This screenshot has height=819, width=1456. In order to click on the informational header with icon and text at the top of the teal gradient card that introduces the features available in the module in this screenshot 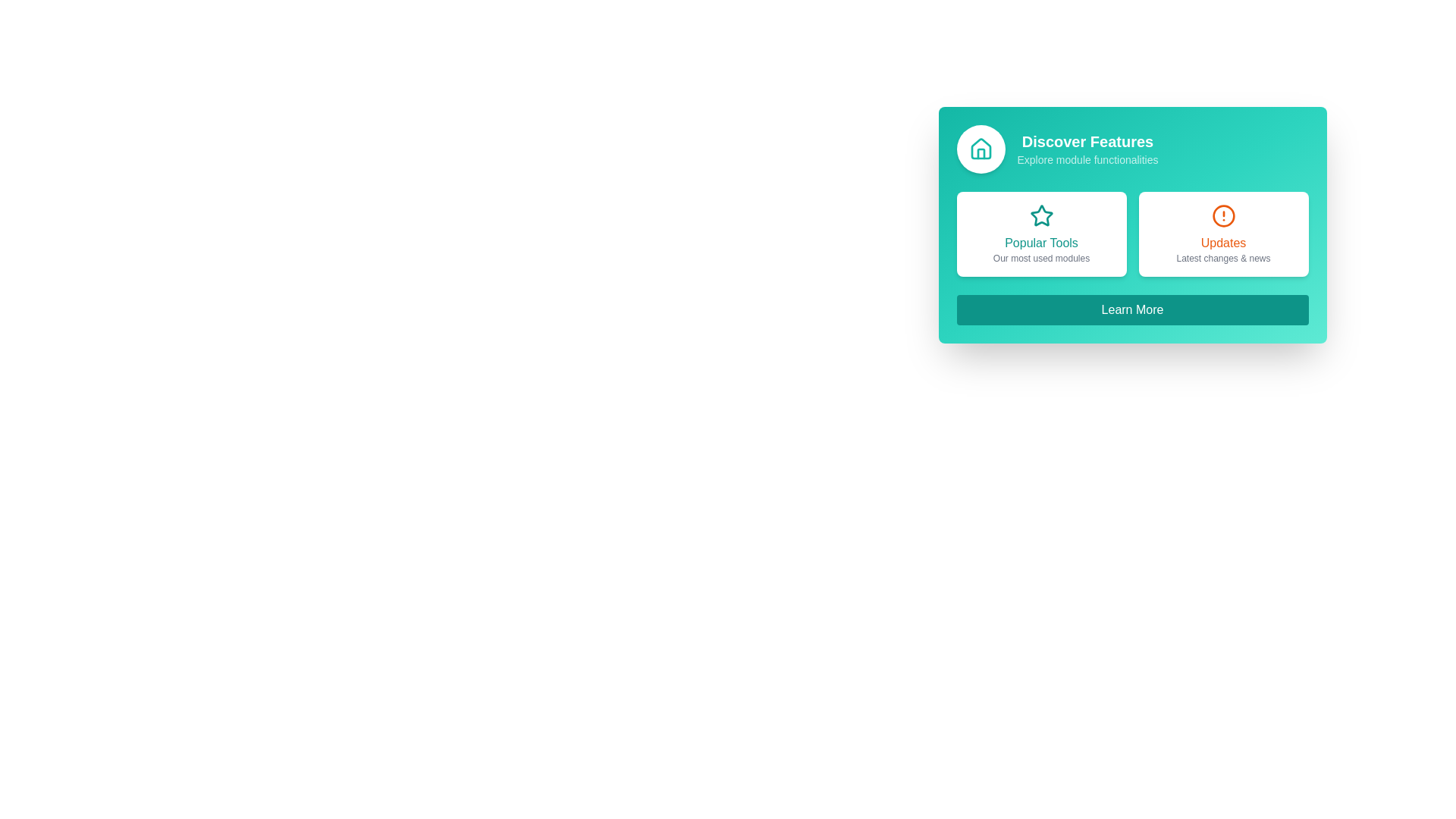, I will do `click(1132, 149)`.